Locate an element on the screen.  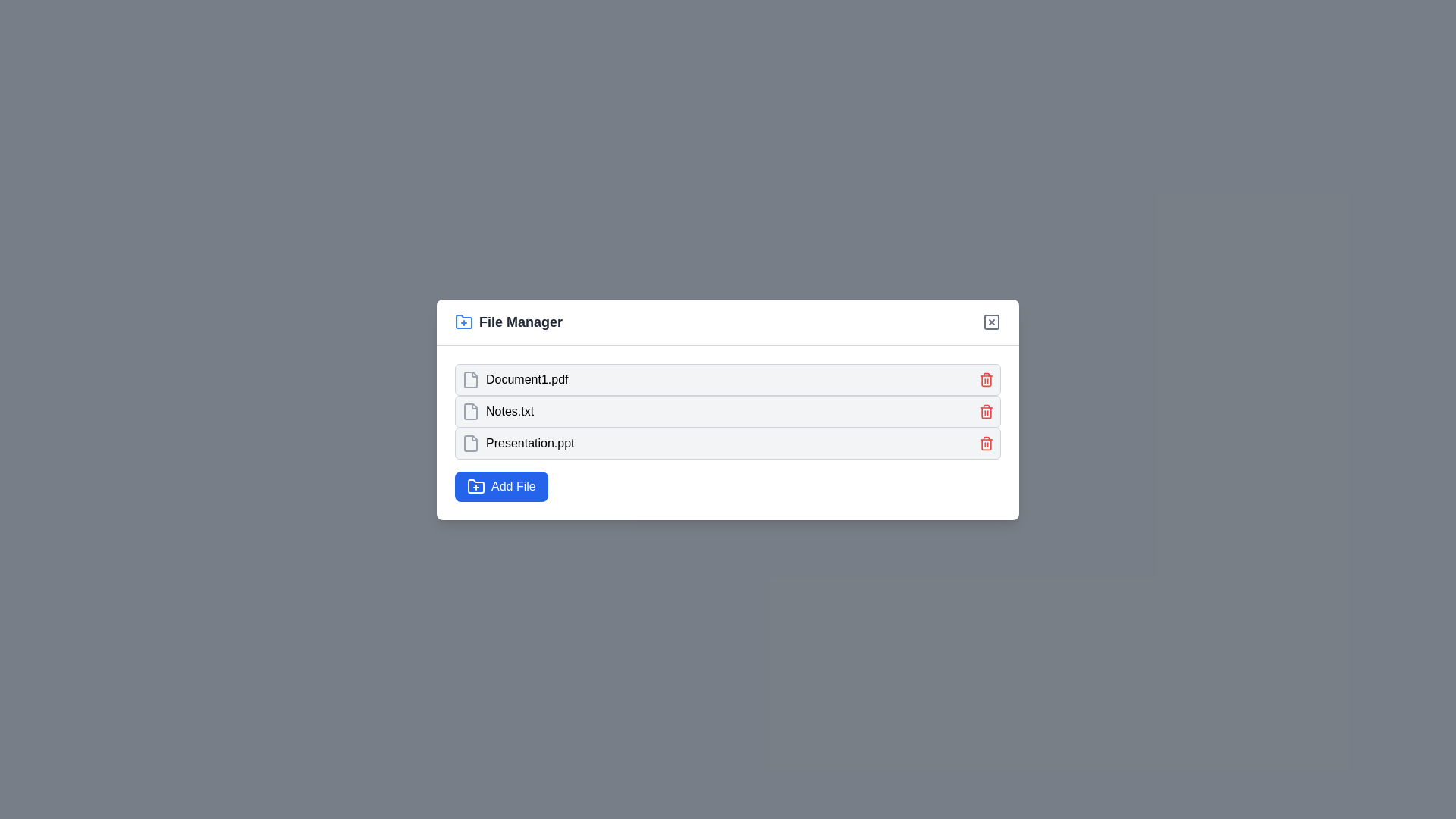
the red trash icon button located in the top-right corner of the row for 'Notes.txt' to observe the hover effect is located at coordinates (986, 411).